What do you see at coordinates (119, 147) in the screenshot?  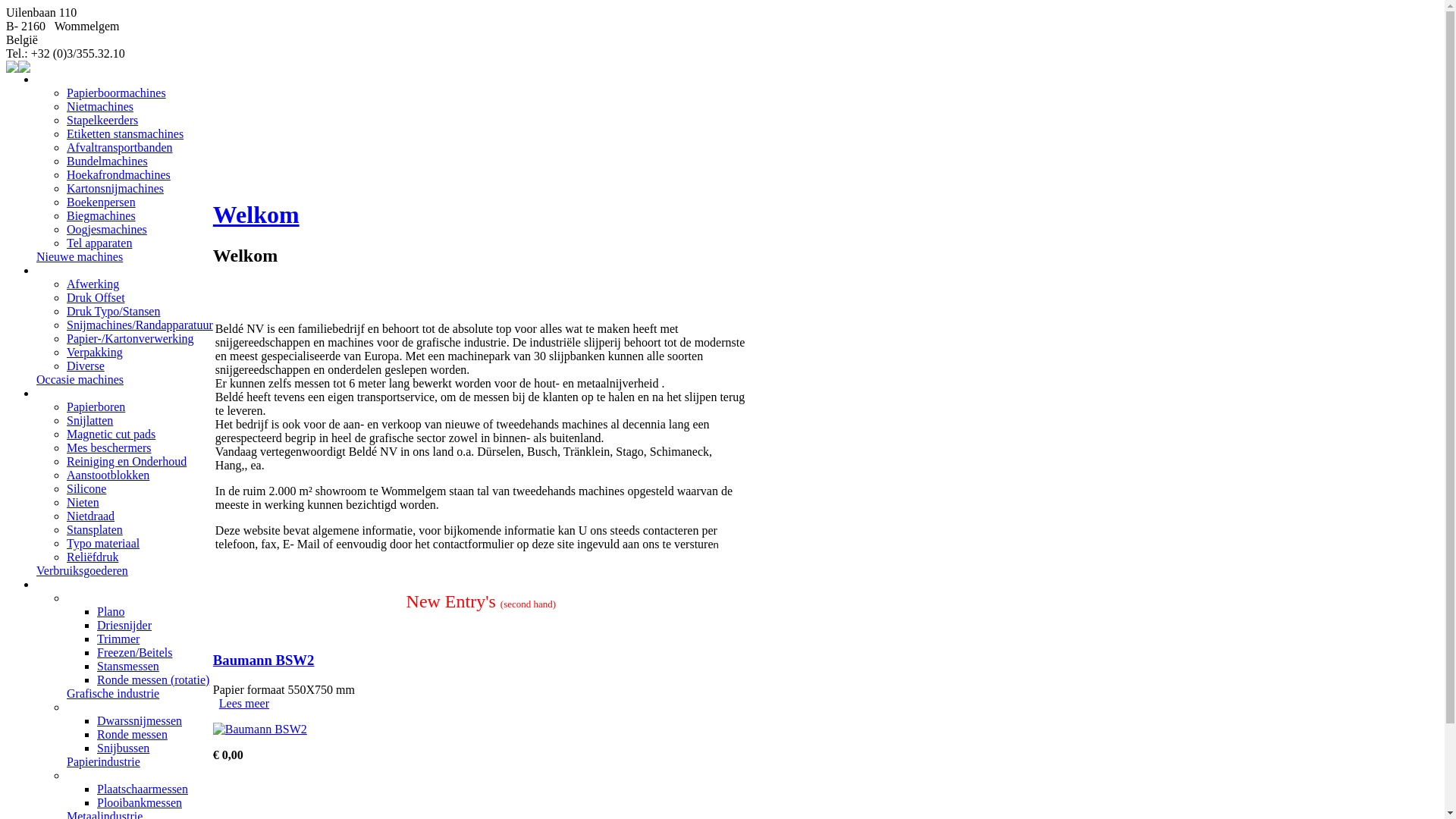 I see `'Afvaltransportbanden'` at bounding box center [119, 147].